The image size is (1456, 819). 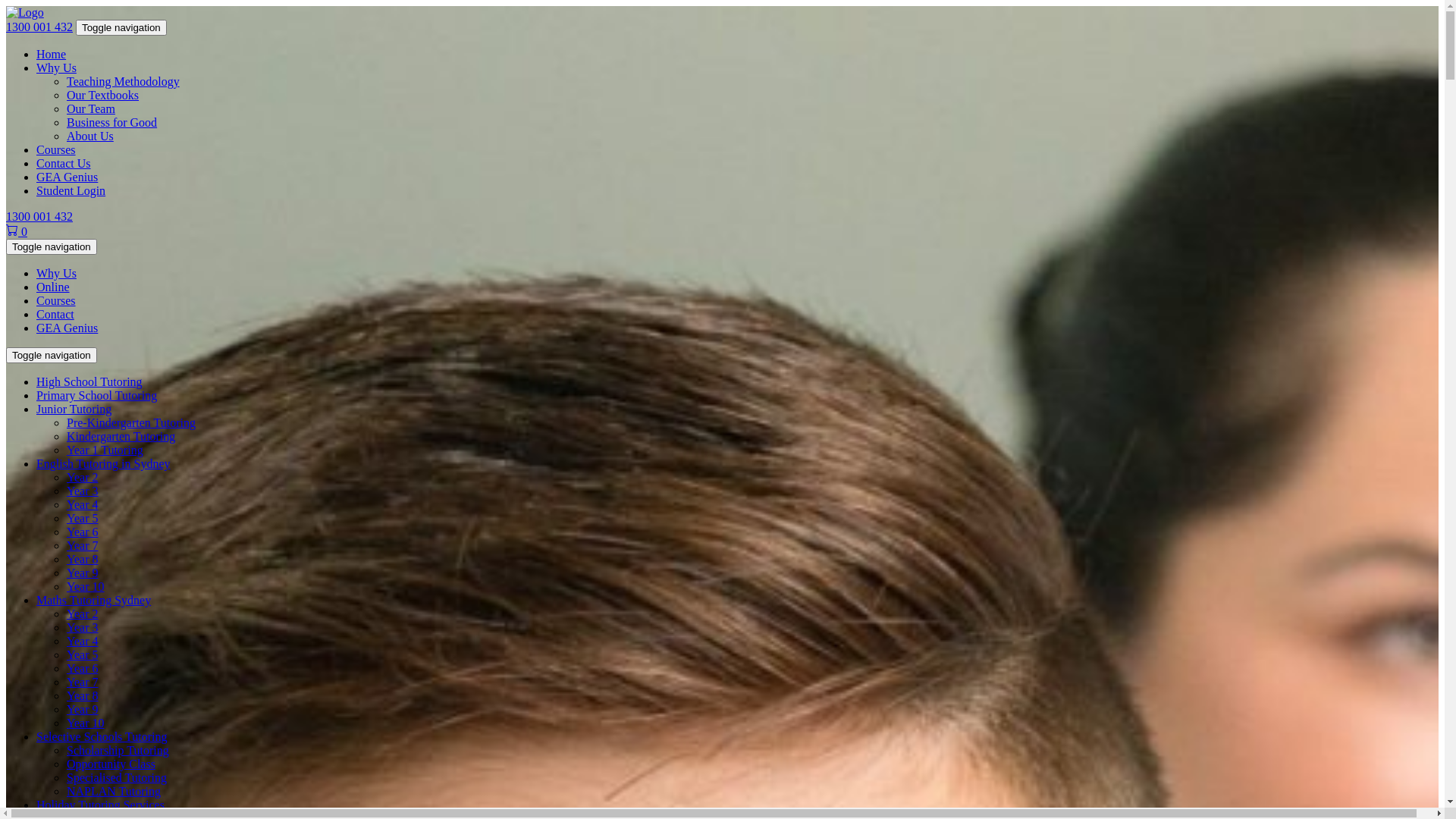 What do you see at coordinates (110, 764) in the screenshot?
I see `'Opportunity Class'` at bounding box center [110, 764].